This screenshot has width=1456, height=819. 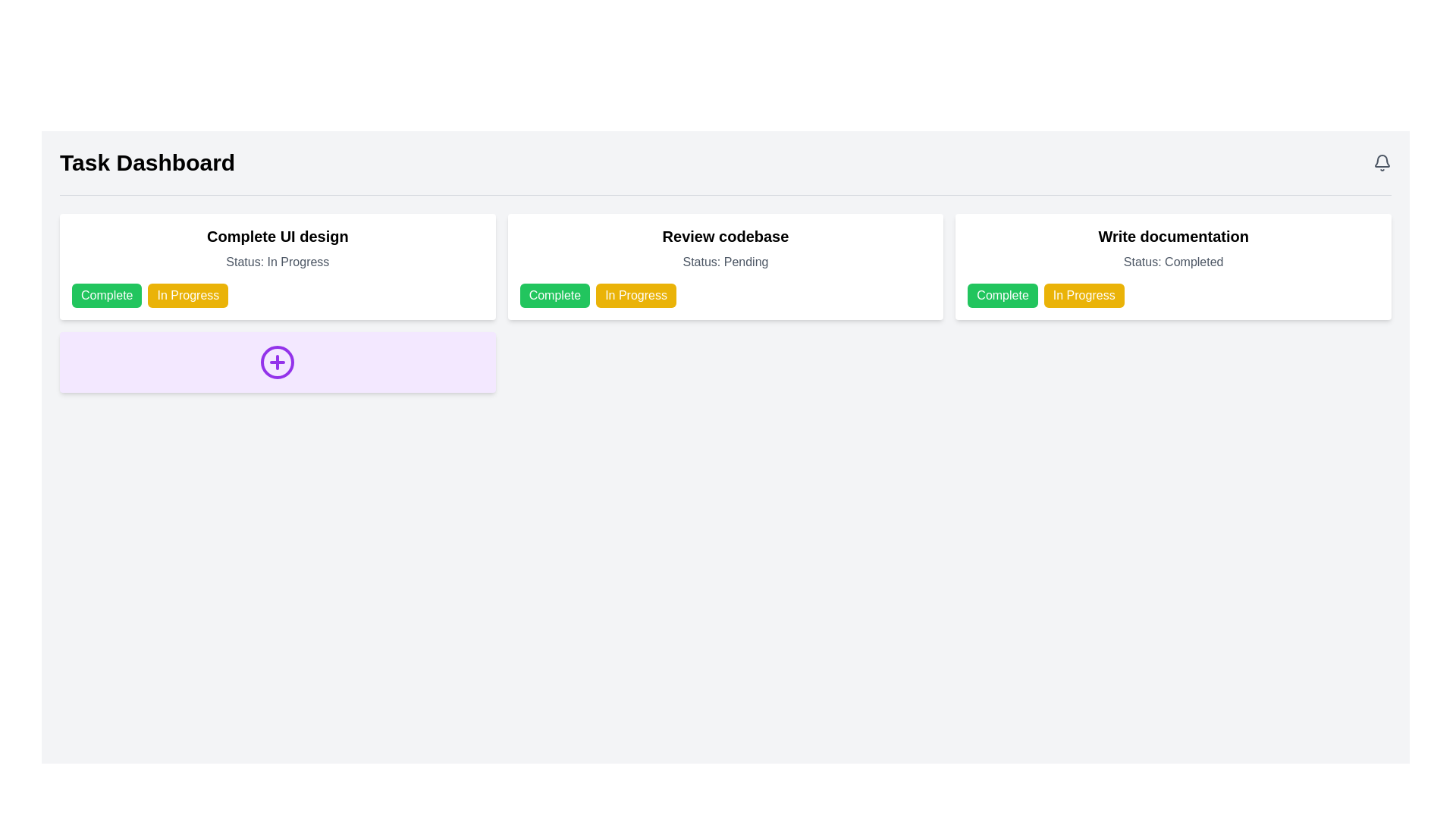 I want to click on the current status displayed in the informational text indicating 'Completed', located under the title 'Write documentation' in the rightmost task card, so click(x=1172, y=262).